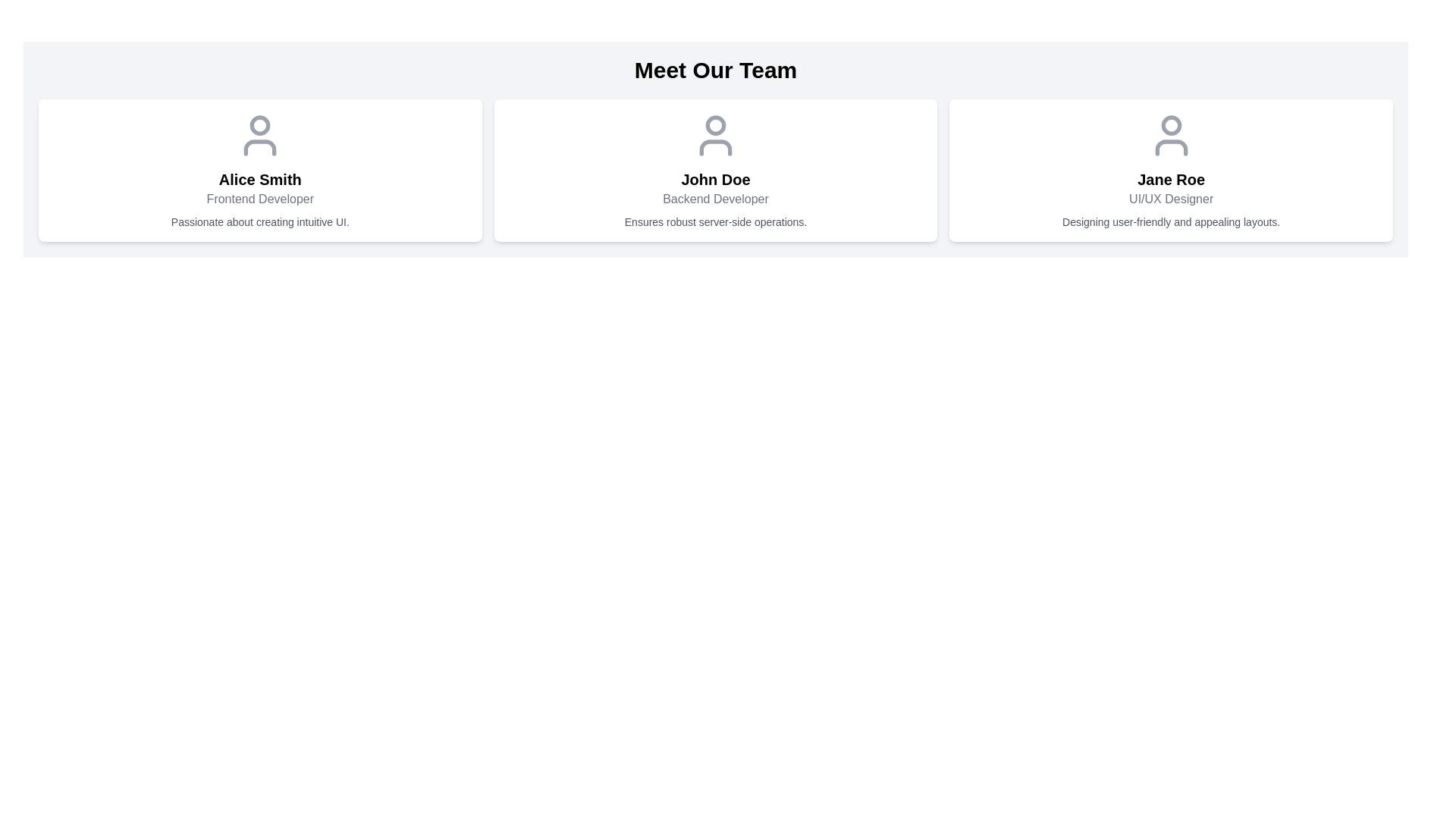 The height and width of the screenshot is (819, 1456). Describe the element at coordinates (715, 198) in the screenshot. I see `the static text label describing the role or title of the individual in the card under 'Meet Our Team', positioned below 'John Doe' and above 'Ensures robust server-side operations'` at that location.